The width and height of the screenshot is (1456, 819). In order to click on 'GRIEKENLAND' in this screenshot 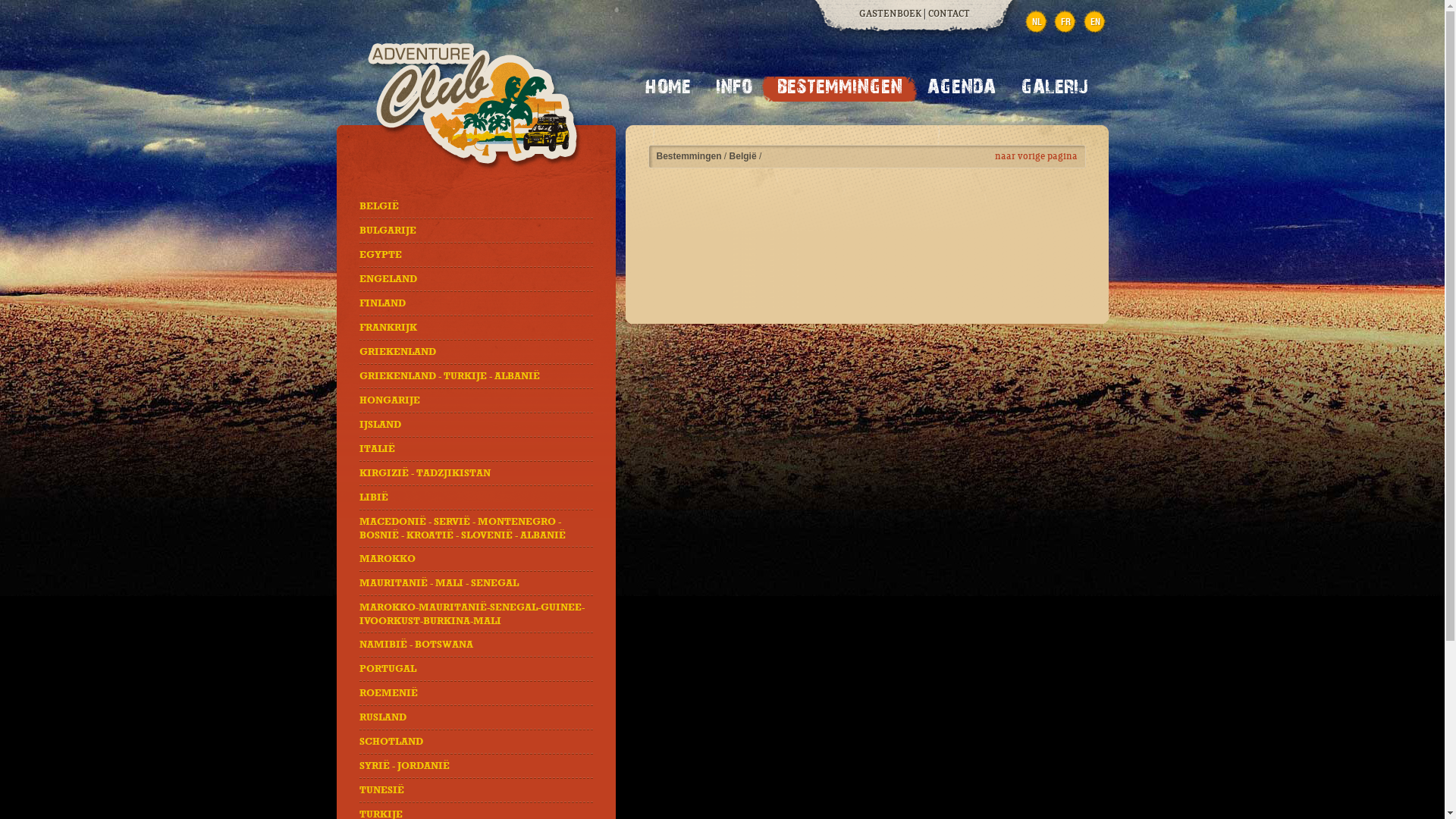, I will do `click(359, 351)`.